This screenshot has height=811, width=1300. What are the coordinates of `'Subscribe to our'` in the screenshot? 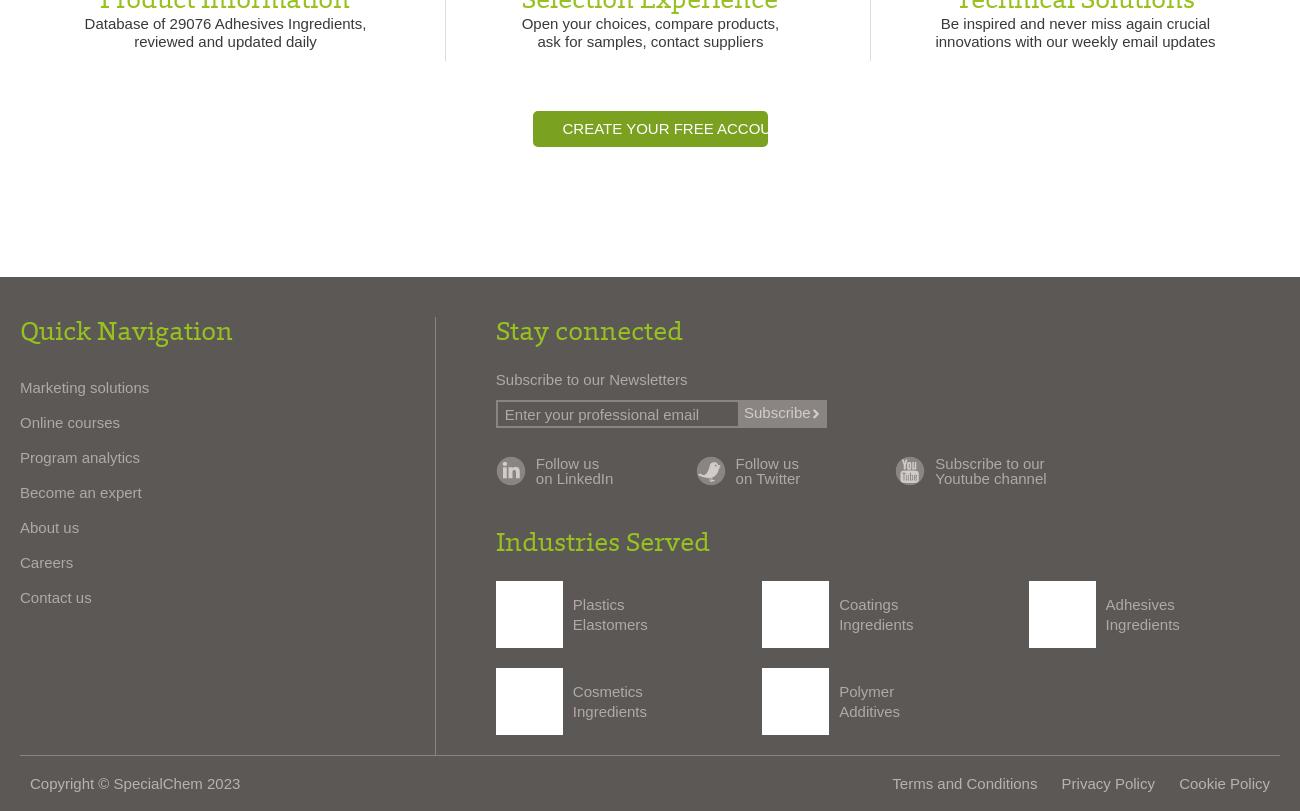 It's located at (988, 461).